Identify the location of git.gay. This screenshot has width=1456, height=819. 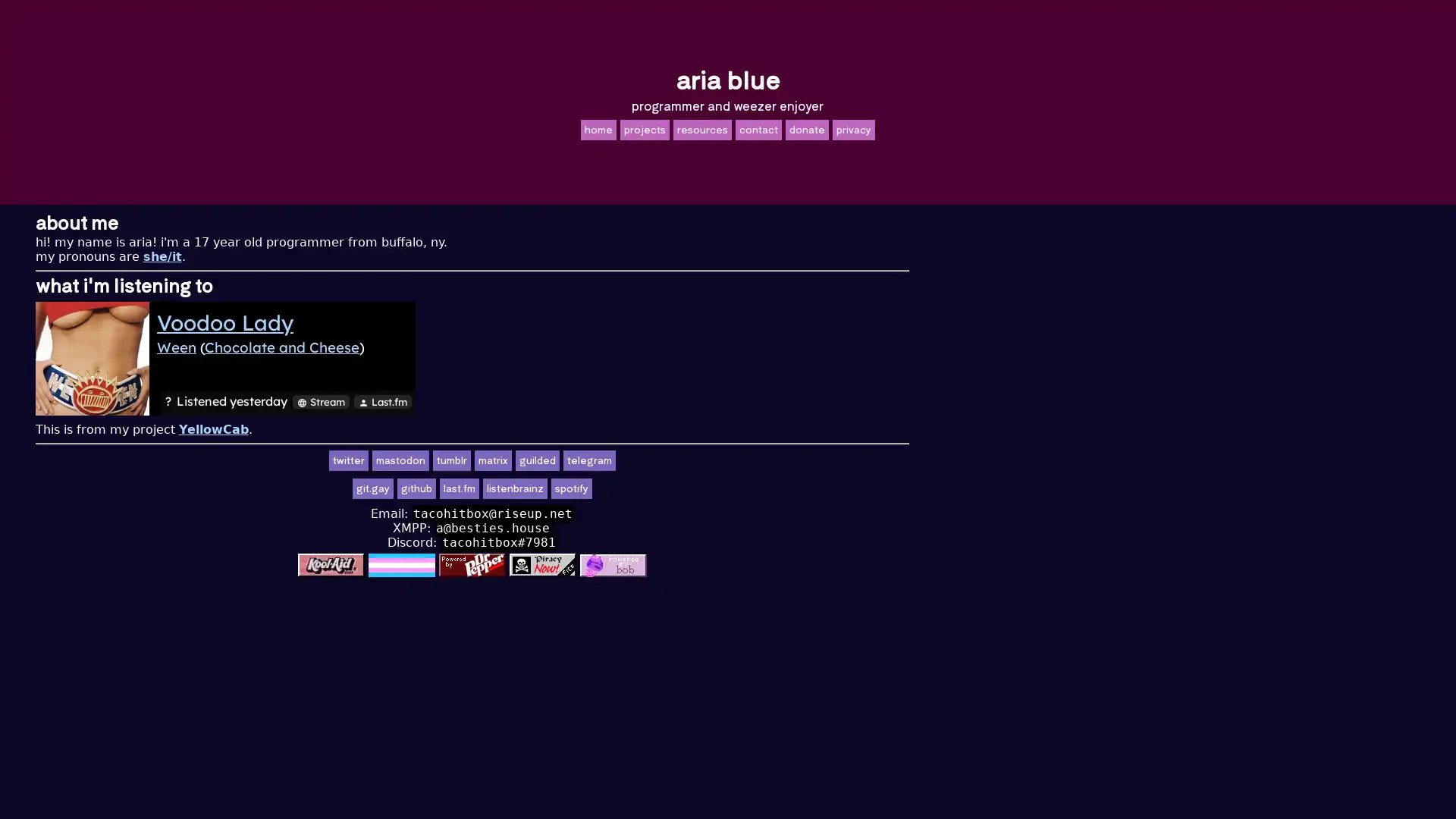
(629, 488).